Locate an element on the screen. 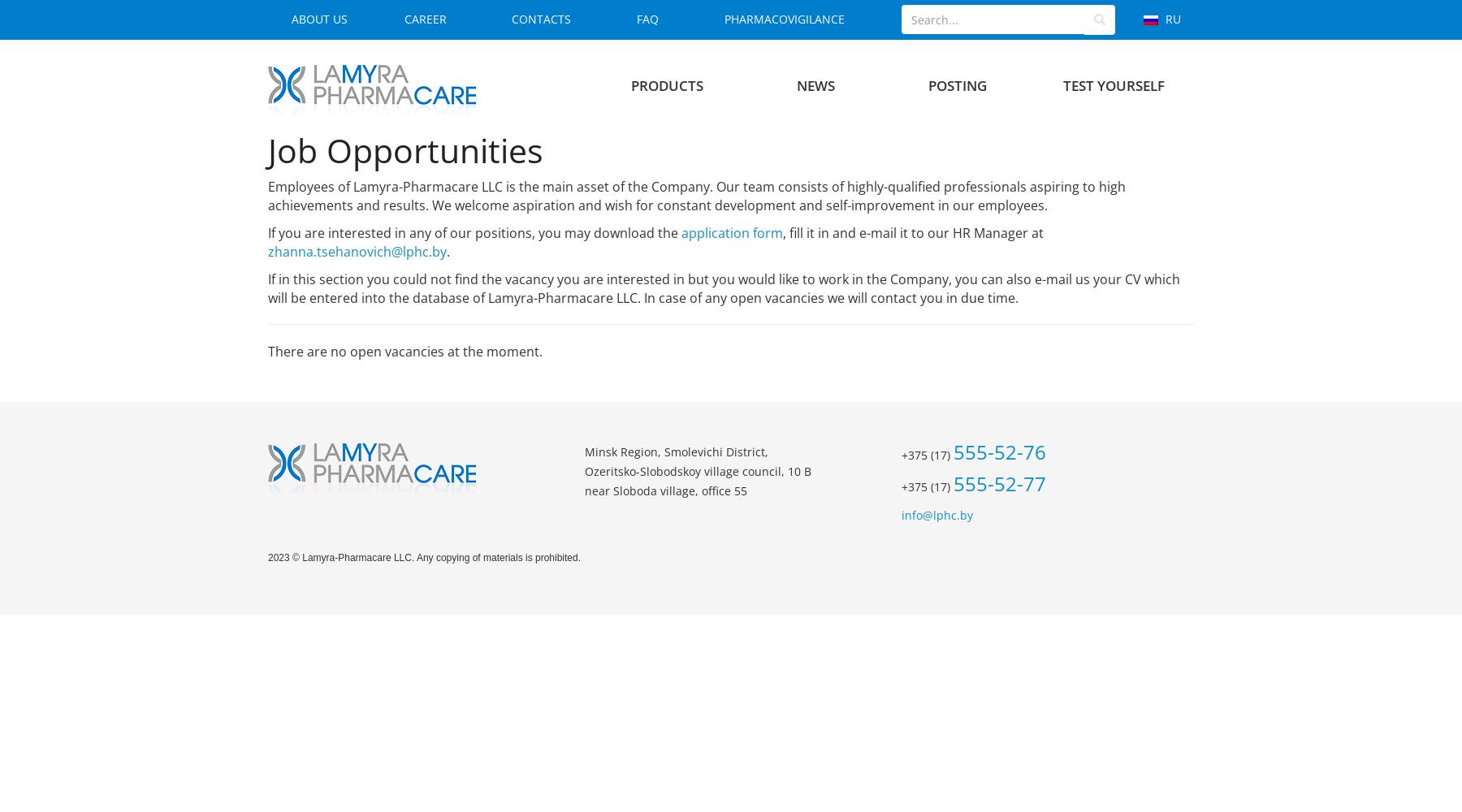 This screenshot has height=812, width=1462. '2023 © Lamyra-Pharmacare LLC. Any copying of materials is prohibited.' is located at coordinates (424, 558).